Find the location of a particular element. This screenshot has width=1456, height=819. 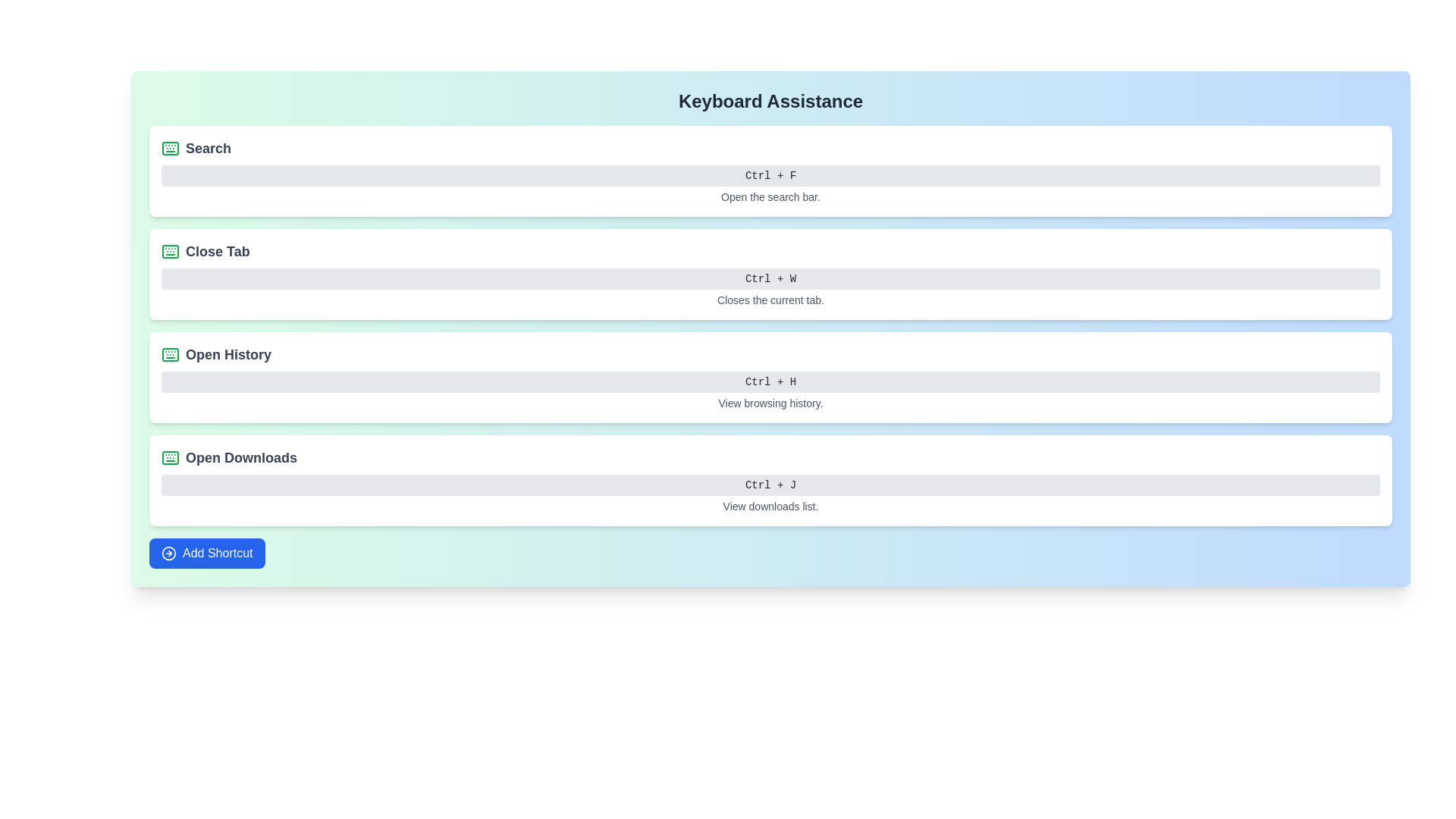

the label that provides additional instructions for the 'Search' functionality, located below the shortcut description 'Ctrl + F' in the first card-like section under 'Keyboard Assistance' is located at coordinates (770, 196).